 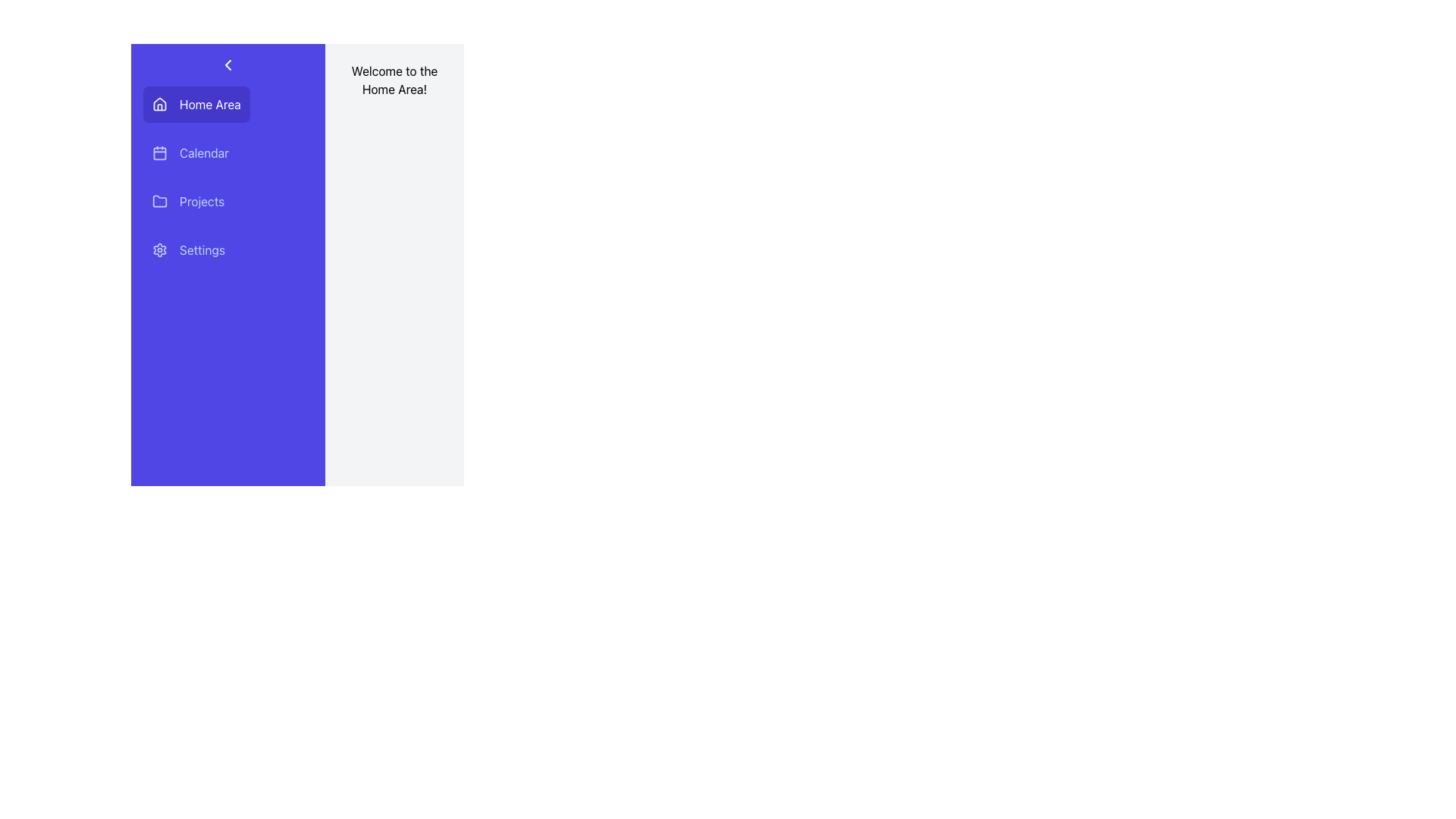 What do you see at coordinates (227, 64) in the screenshot?
I see `the chevron icon button located at the top-left portion of the blue navigation menu, above the text 'Home Area'` at bounding box center [227, 64].